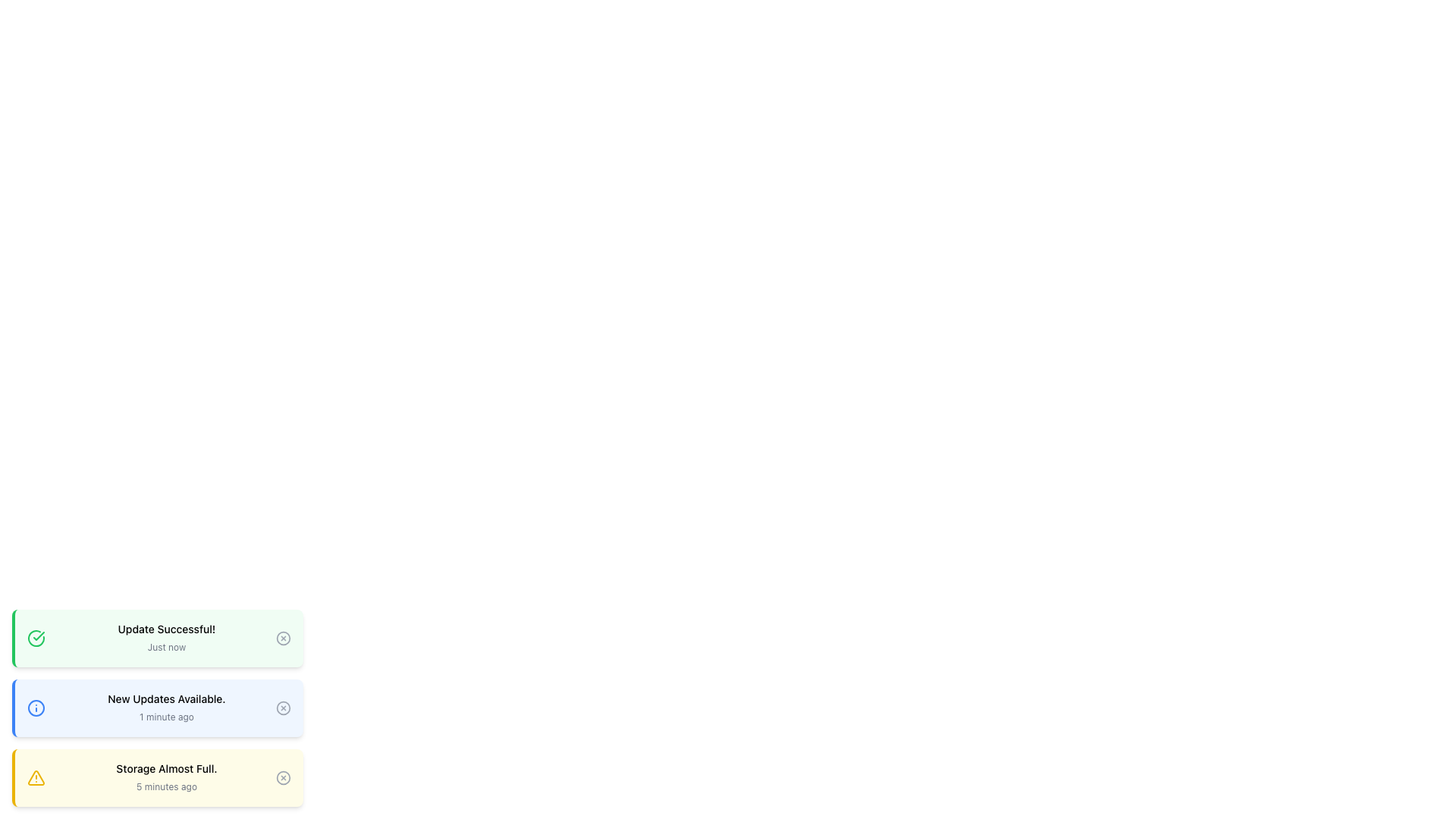 The image size is (1456, 819). What do you see at coordinates (36, 638) in the screenshot?
I see `the green circular icon with a checkmark located at the top-left corner of the notification card that says 'Update Successful!'` at bounding box center [36, 638].